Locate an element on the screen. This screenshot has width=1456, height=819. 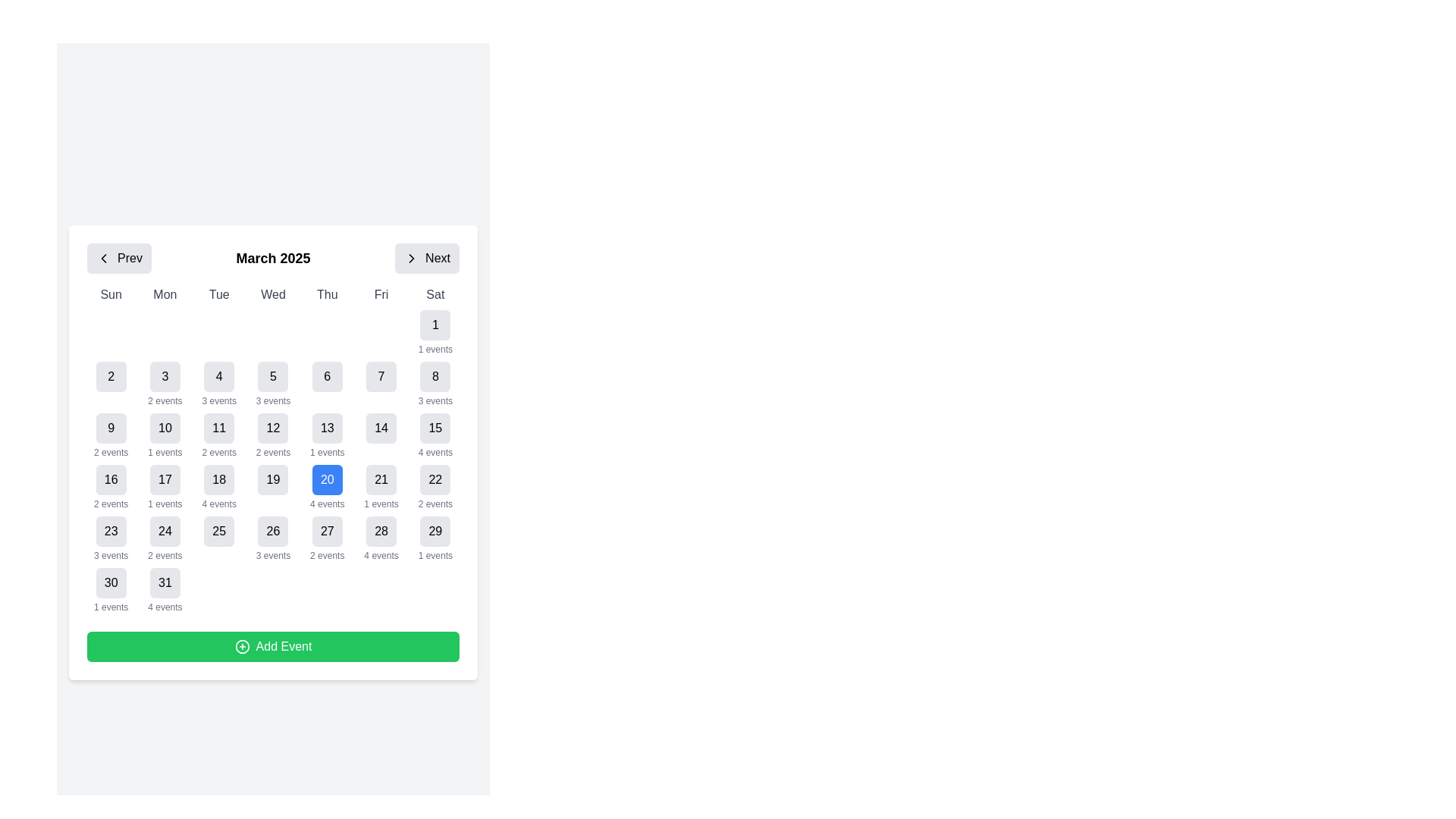
the calendar date button for the 8th day of the month is located at coordinates (435, 376).